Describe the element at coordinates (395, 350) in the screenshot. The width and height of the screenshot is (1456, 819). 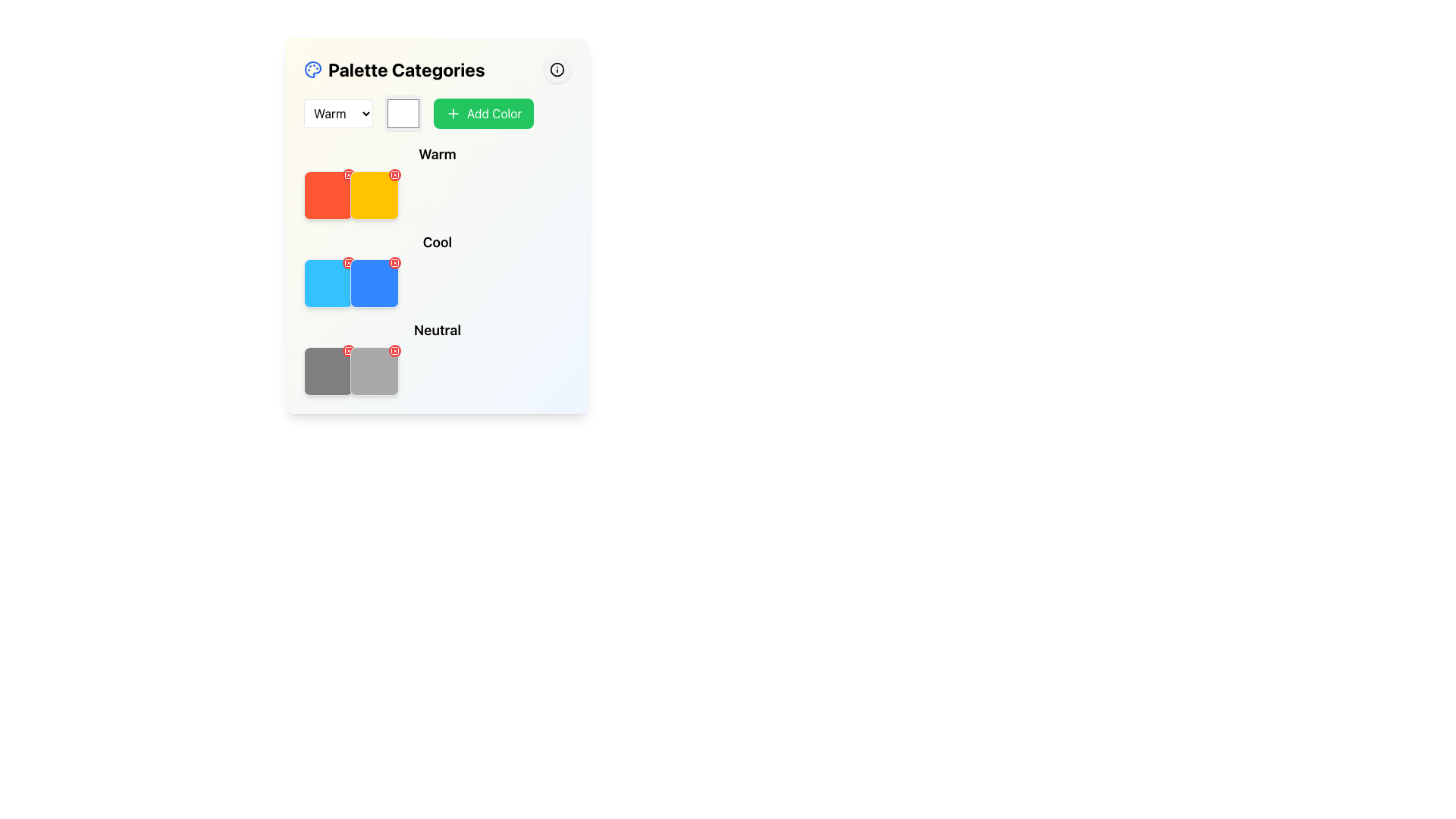
I see `the delete button located at the top-right corner of the last tile in the 'Neutral' category` at that location.